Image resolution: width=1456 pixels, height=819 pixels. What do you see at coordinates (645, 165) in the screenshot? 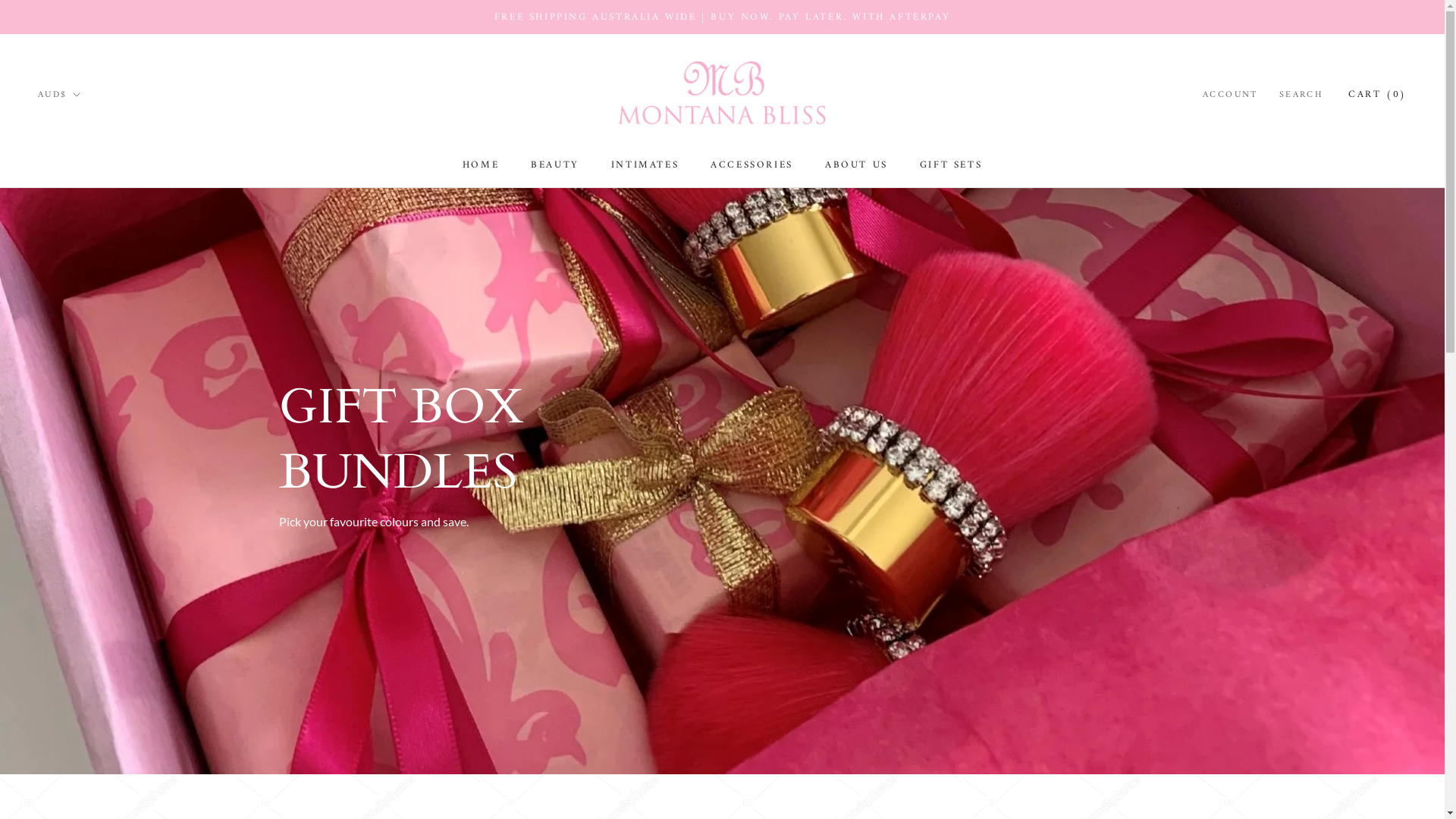
I see `'INTIMATES` at bounding box center [645, 165].